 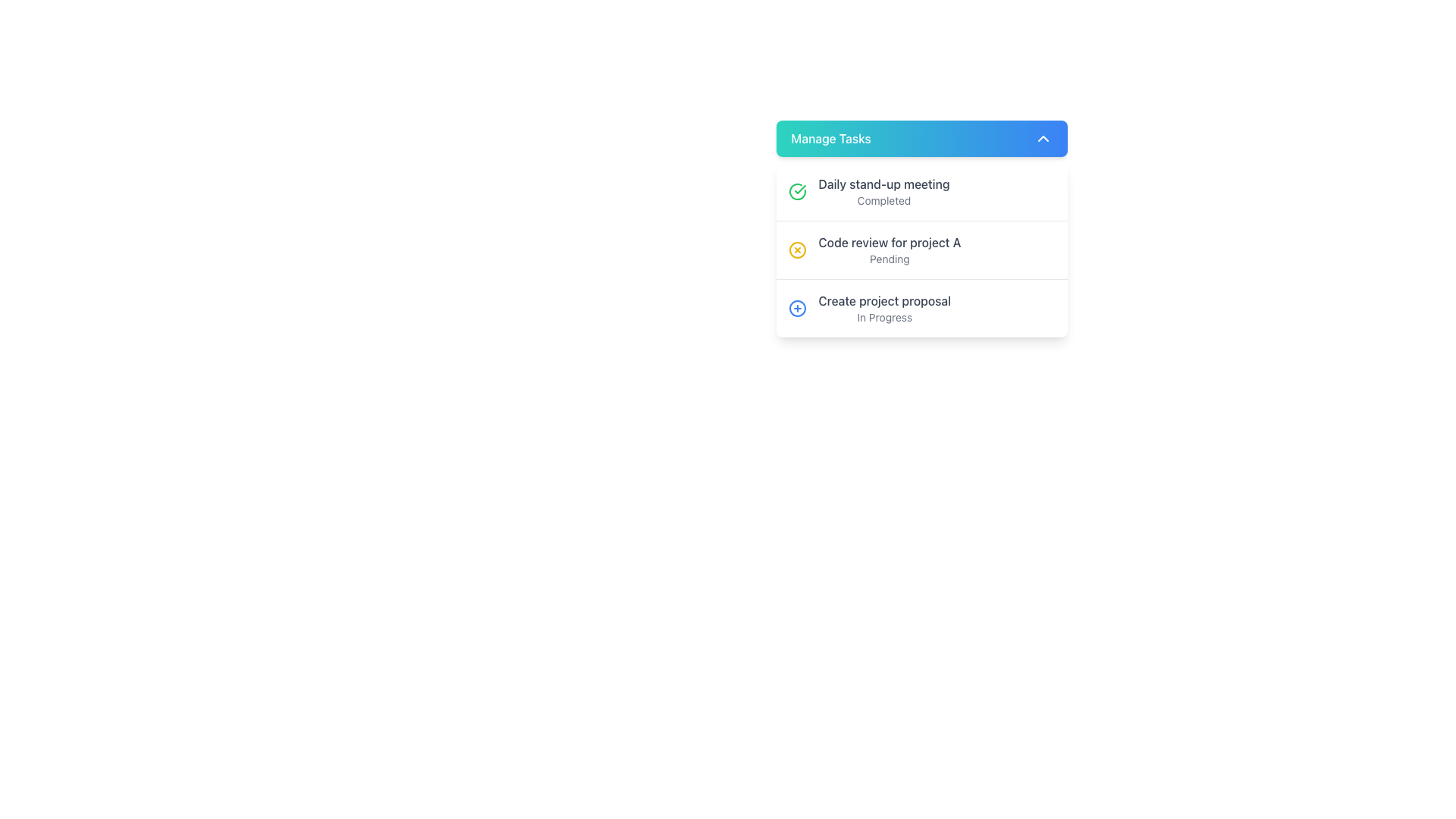 What do you see at coordinates (890, 249) in the screenshot?
I see `text label indicating the status of the ongoing task for 'project A' marked as 'Pending', located in the second row of the 'Manage Tasks' section` at bounding box center [890, 249].